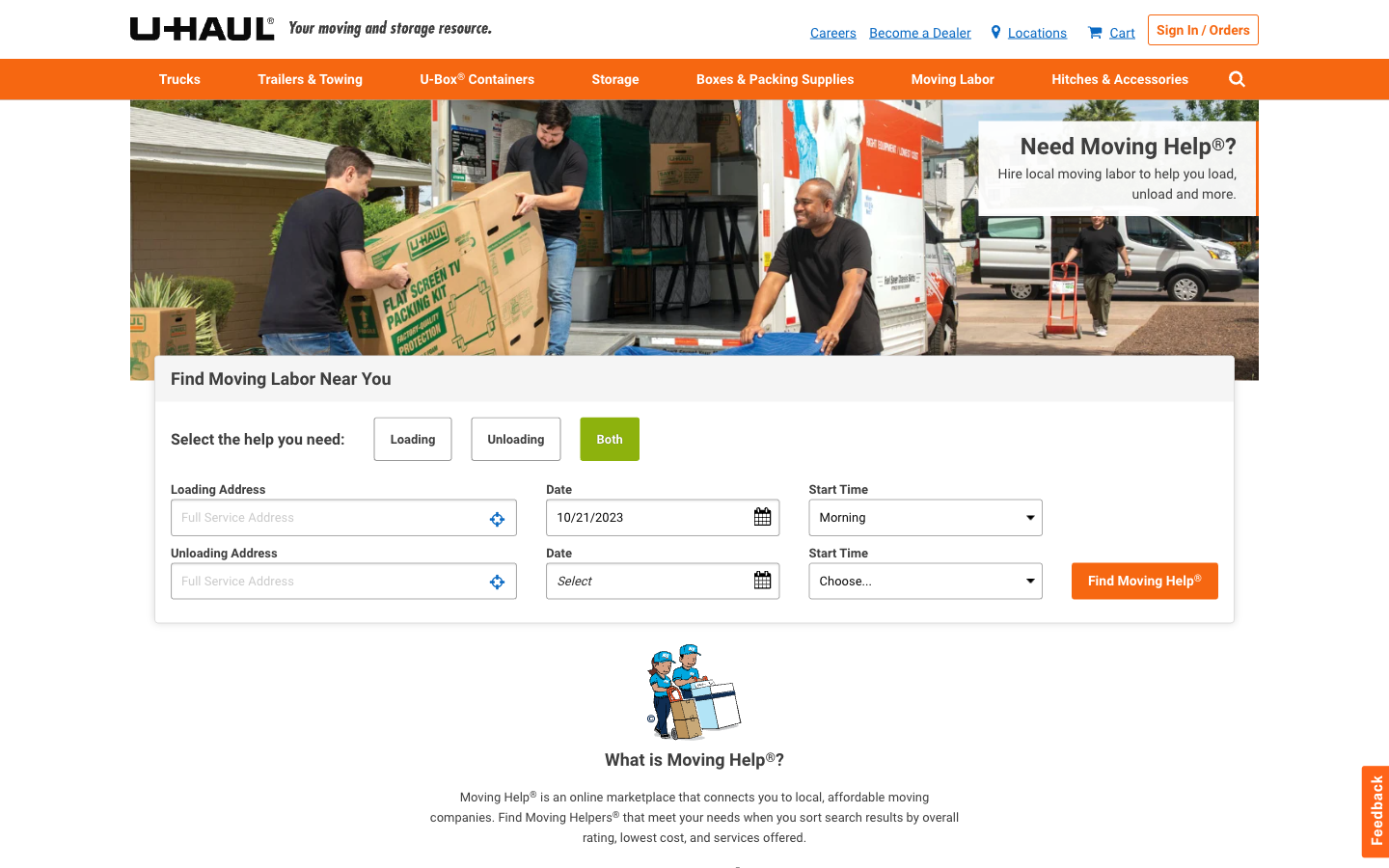  I want to click on Acquire moving boxes, so click(477, 77).